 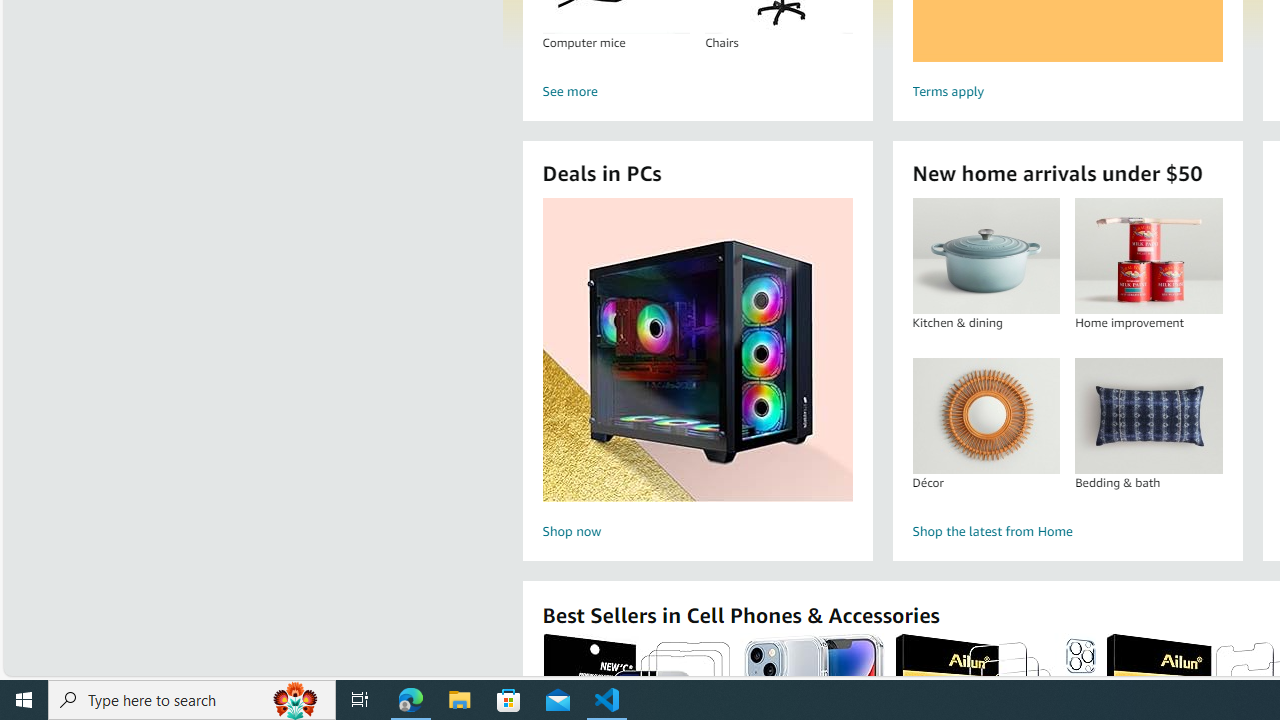 I want to click on 'Bedding & bath', so click(x=1148, y=414).